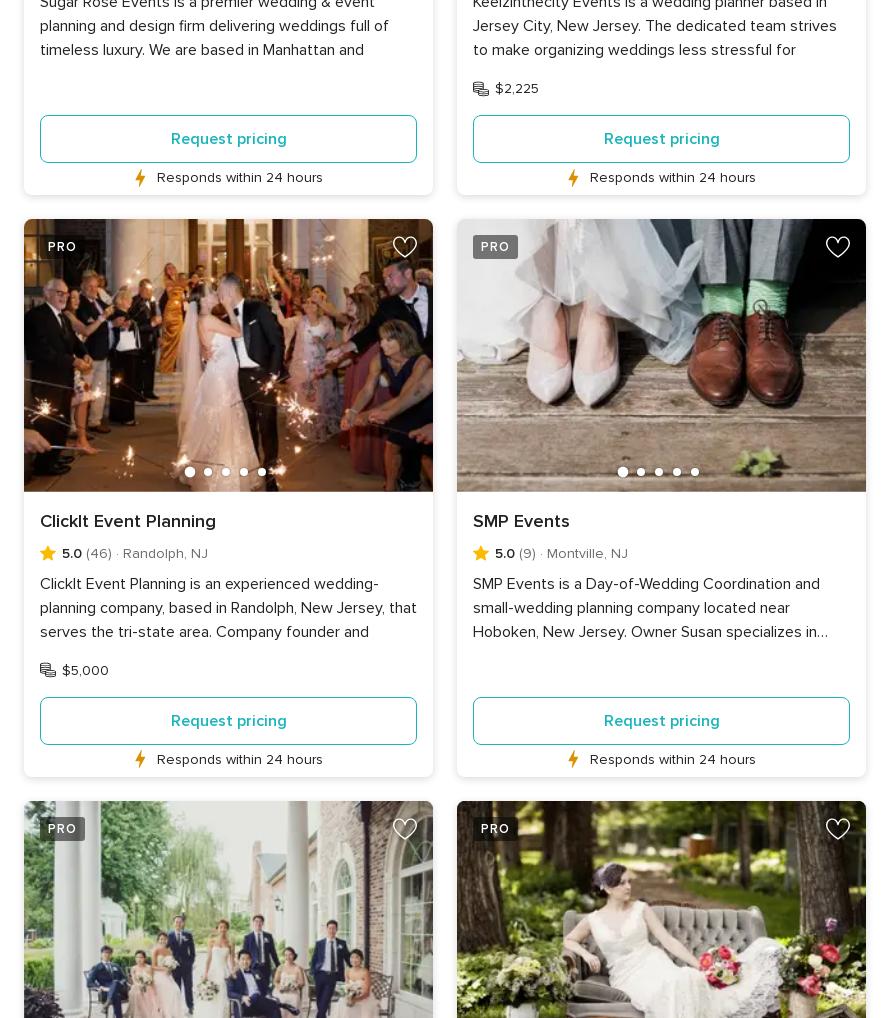 This screenshot has width=890, height=1018. I want to click on '$2,225', so click(516, 88).